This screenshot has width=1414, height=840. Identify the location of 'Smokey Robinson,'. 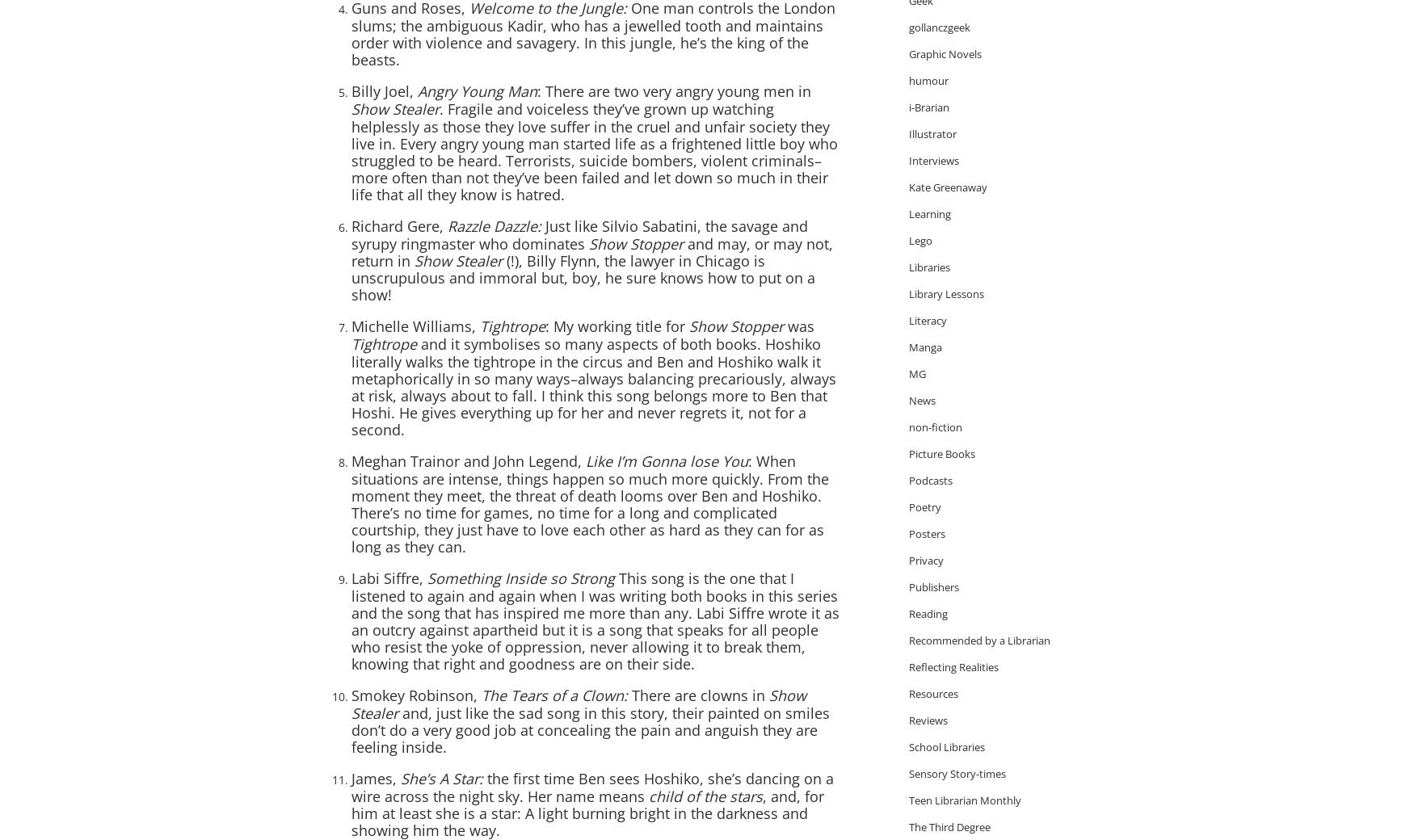
(415, 695).